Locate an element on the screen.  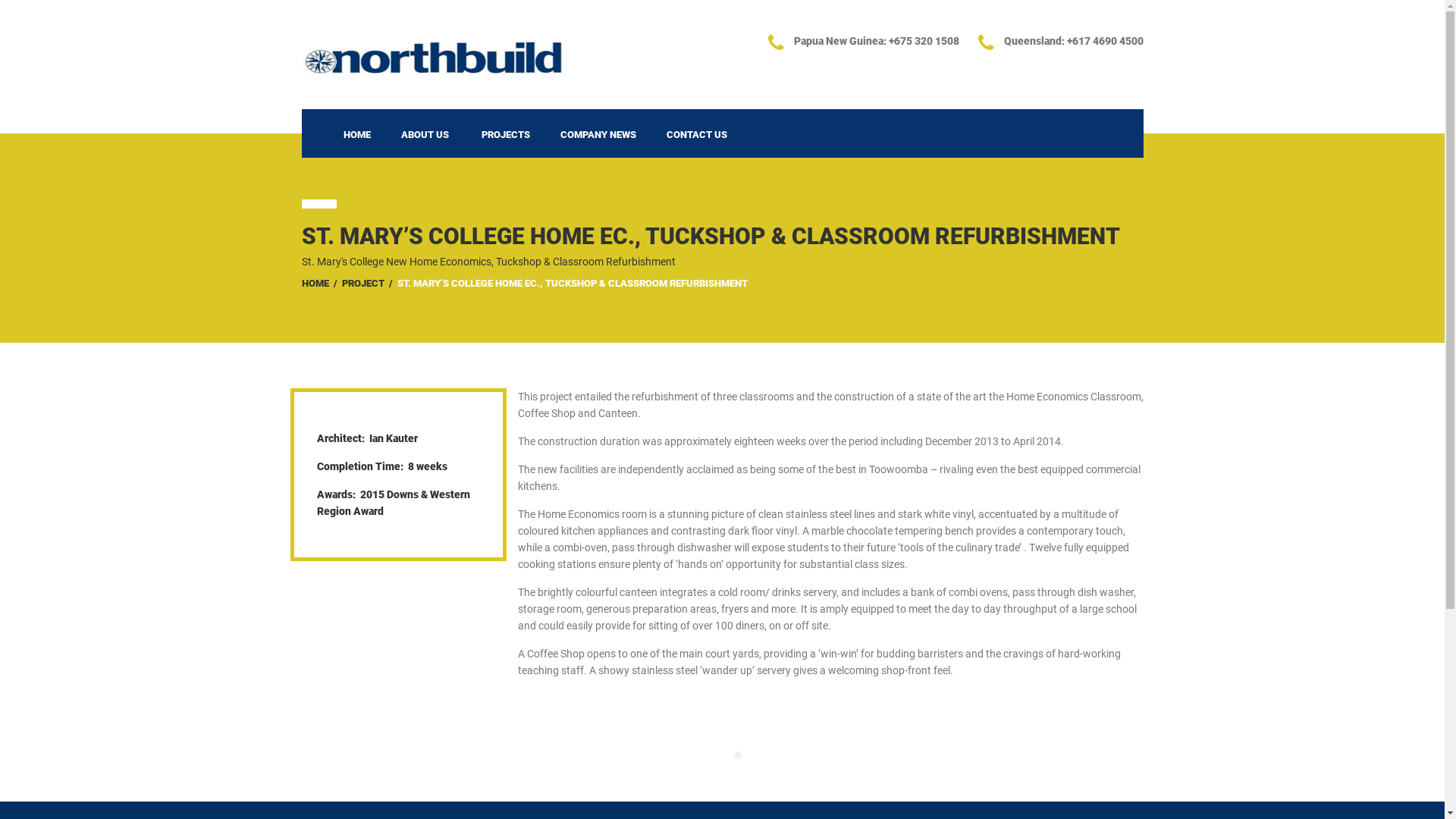
'COMPANY NEWS' is located at coordinates (596, 133).